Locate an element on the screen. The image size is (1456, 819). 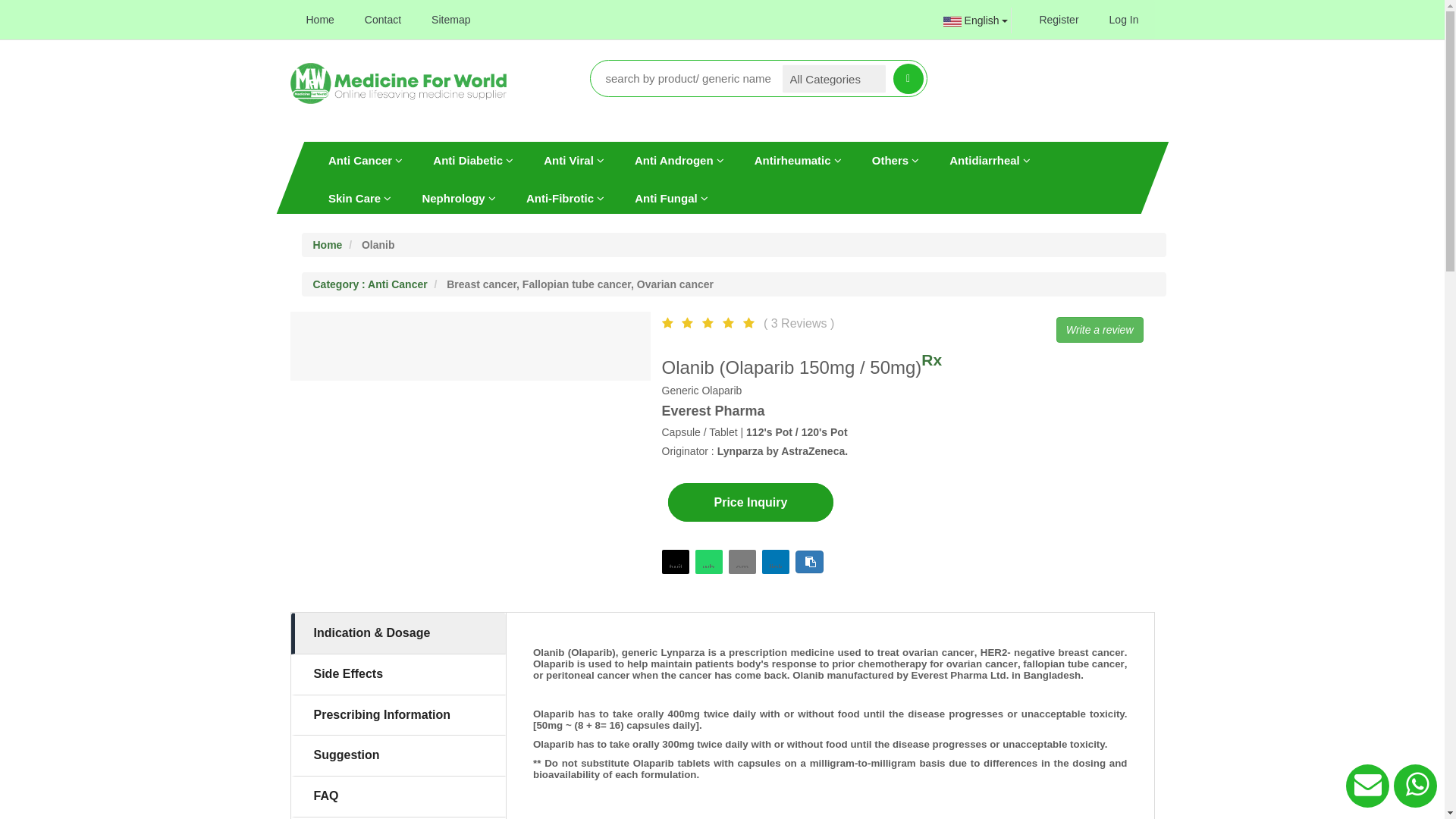
'Contact' is located at coordinates (382, 20).